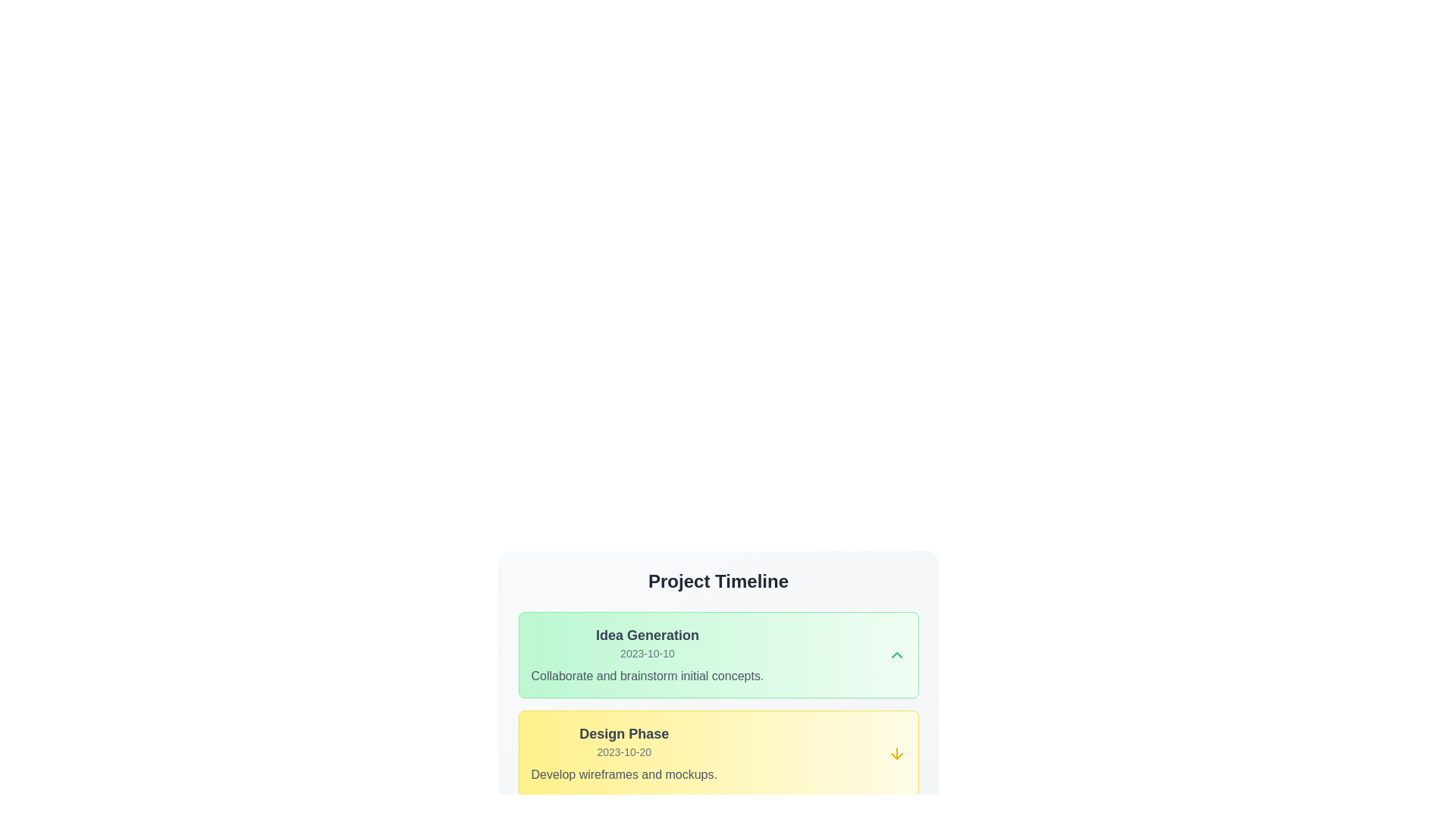 The image size is (1456, 819). Describe the element at coordinates (624, 733) in the screenshot. I see `text label that displays 'Design Phase' in a bold, large, dark-gray font on a light yellow background, positioned centrally above the date '2023-10-20'` at that location.